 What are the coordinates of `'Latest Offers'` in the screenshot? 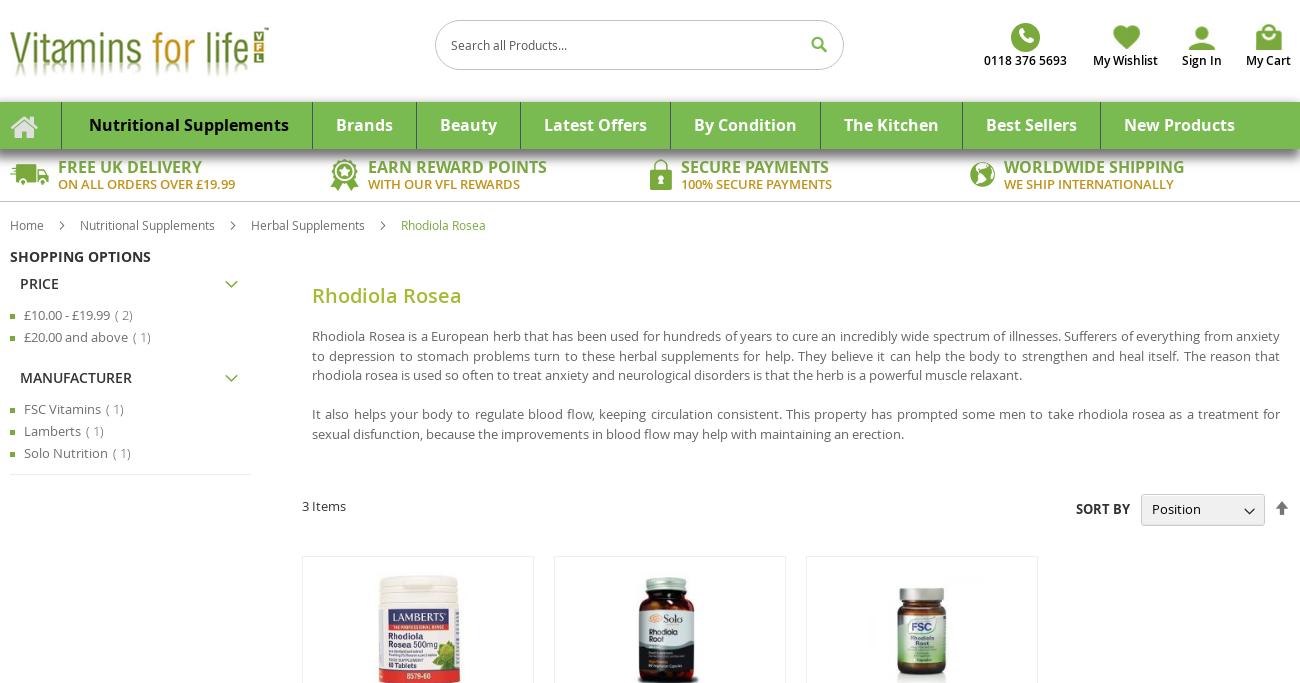 It's located at (543, 124).